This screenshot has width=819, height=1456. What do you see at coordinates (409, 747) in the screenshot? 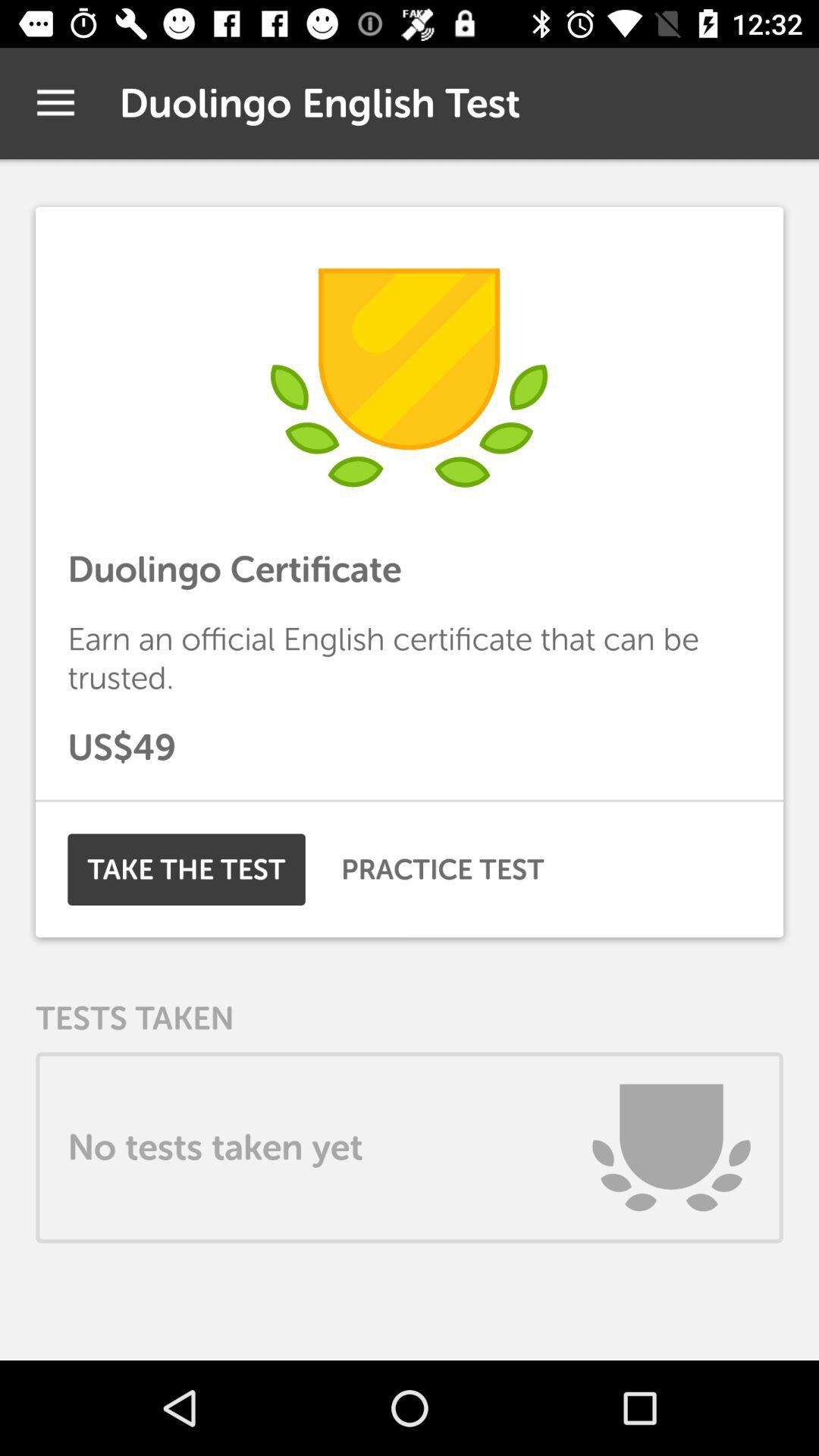
I see `us$49` at bounding box center [409, 747].